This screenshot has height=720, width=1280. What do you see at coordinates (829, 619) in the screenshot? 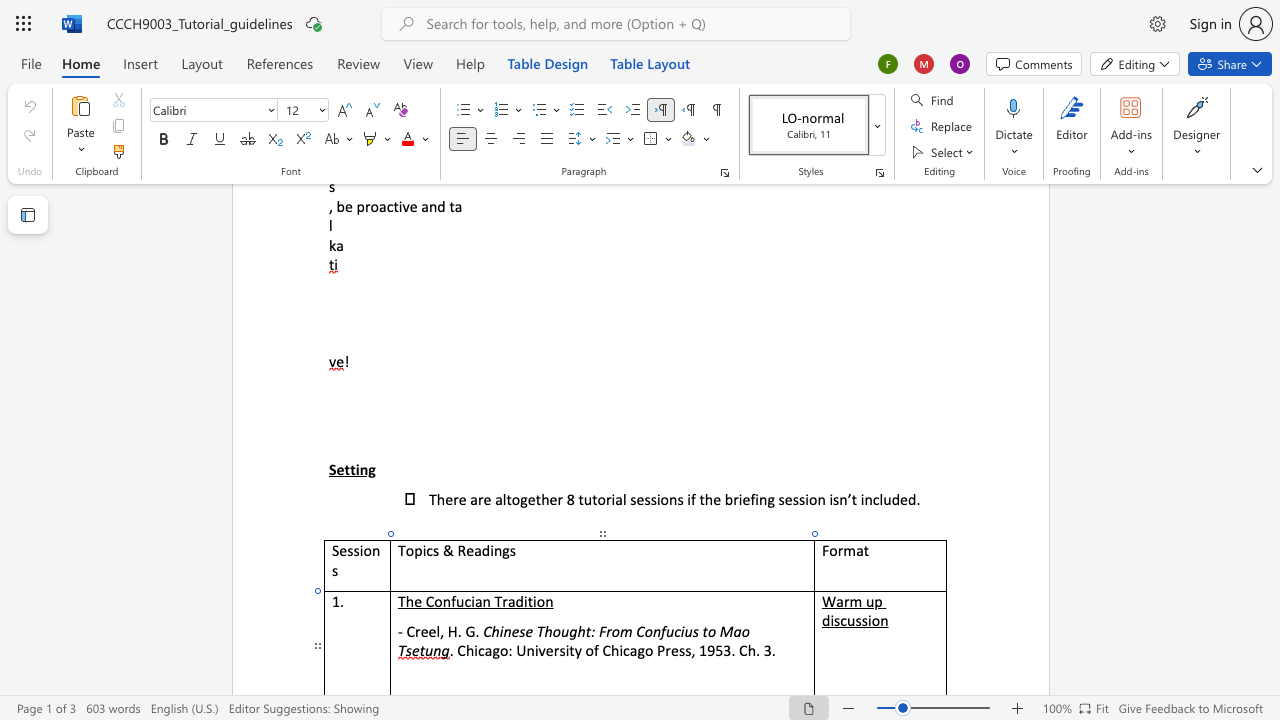
I see `the space between the continuous character "d" and "i" in the text` at bounding box center [829, 619].